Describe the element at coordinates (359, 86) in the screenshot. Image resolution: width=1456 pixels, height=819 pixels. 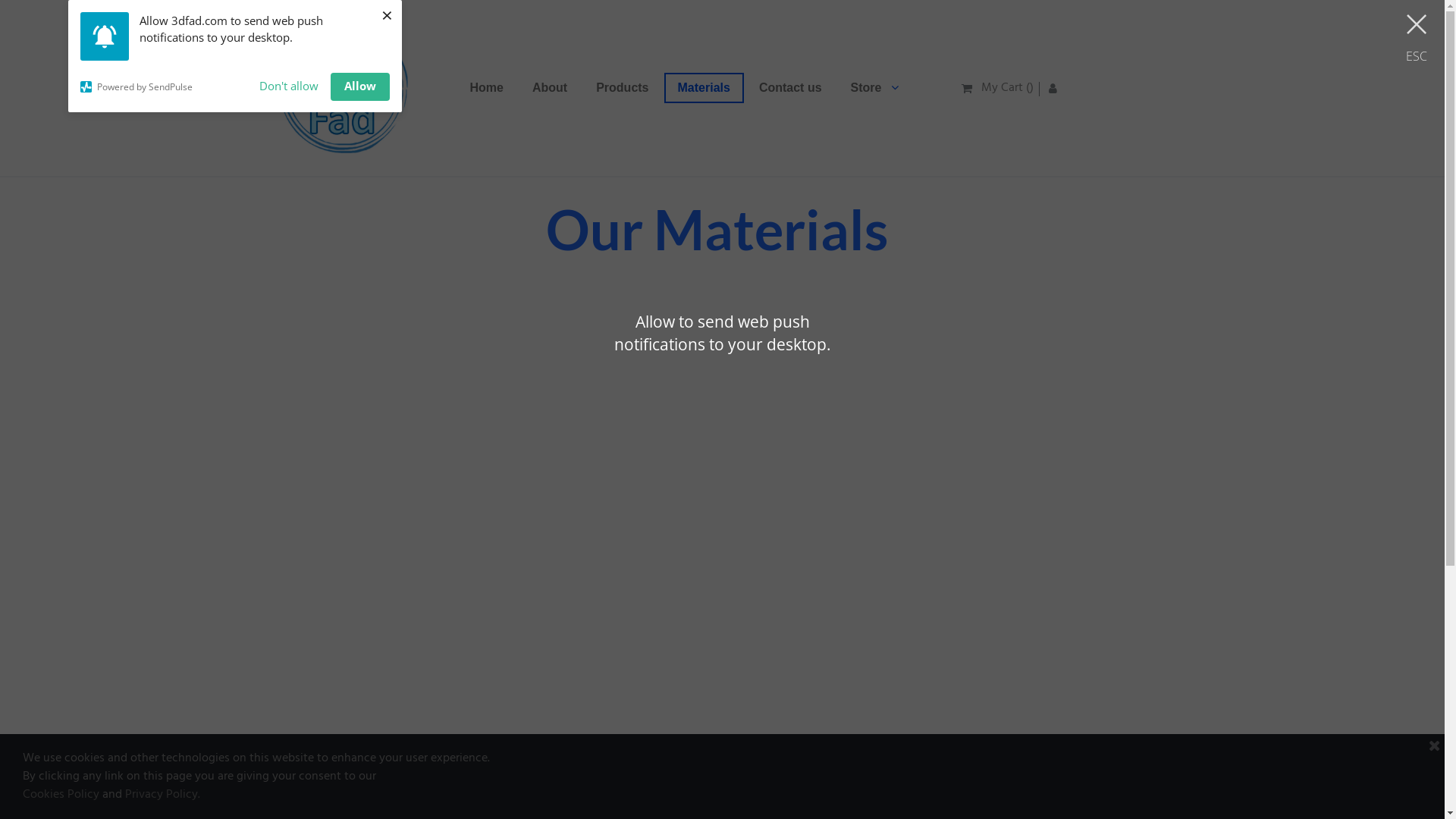
I see `'Allow'` at that location.